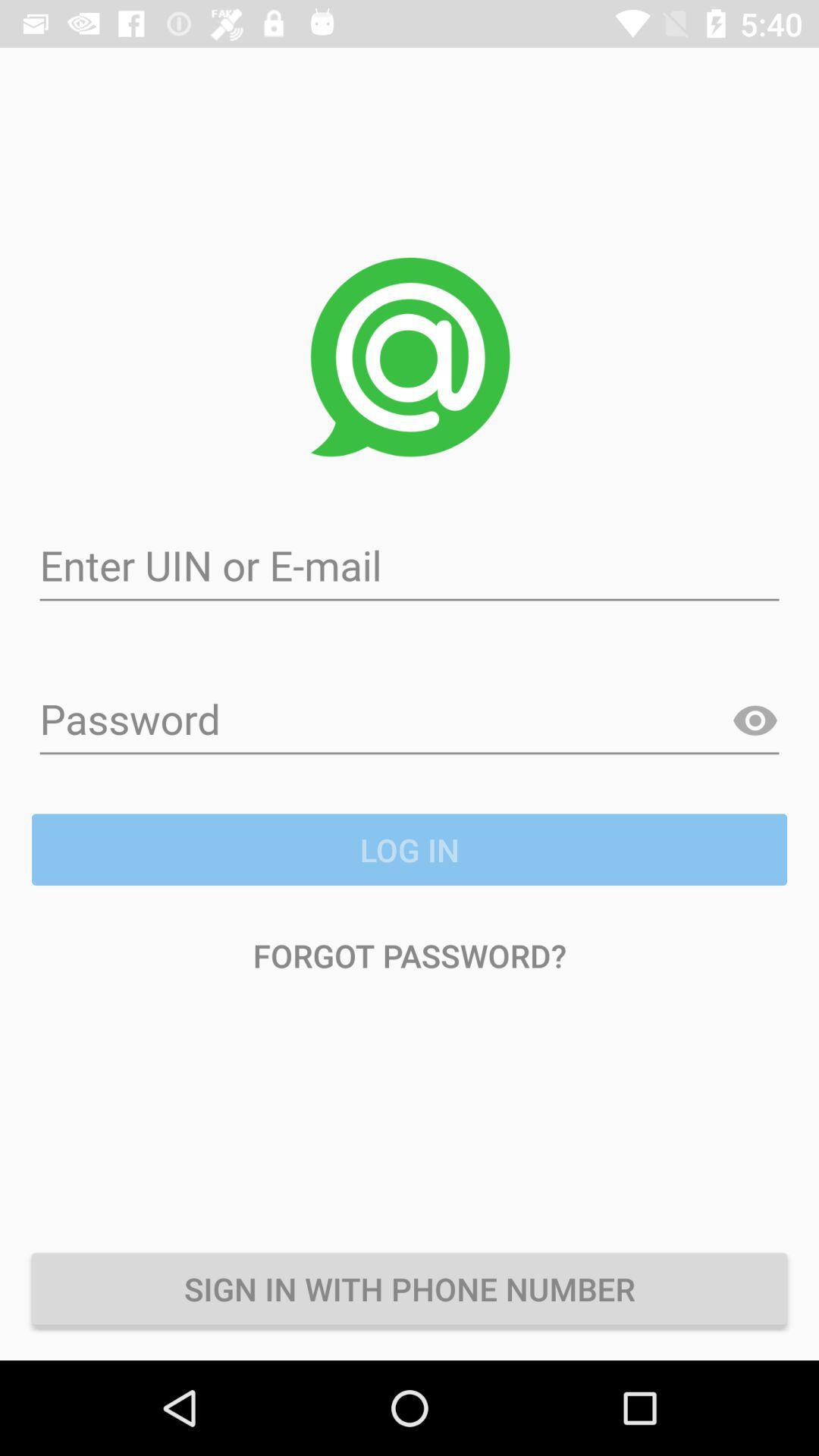  What do you see at coordinates (409, 849) in the screenshot?
I see `the log in` at bounding box center [409, 849].